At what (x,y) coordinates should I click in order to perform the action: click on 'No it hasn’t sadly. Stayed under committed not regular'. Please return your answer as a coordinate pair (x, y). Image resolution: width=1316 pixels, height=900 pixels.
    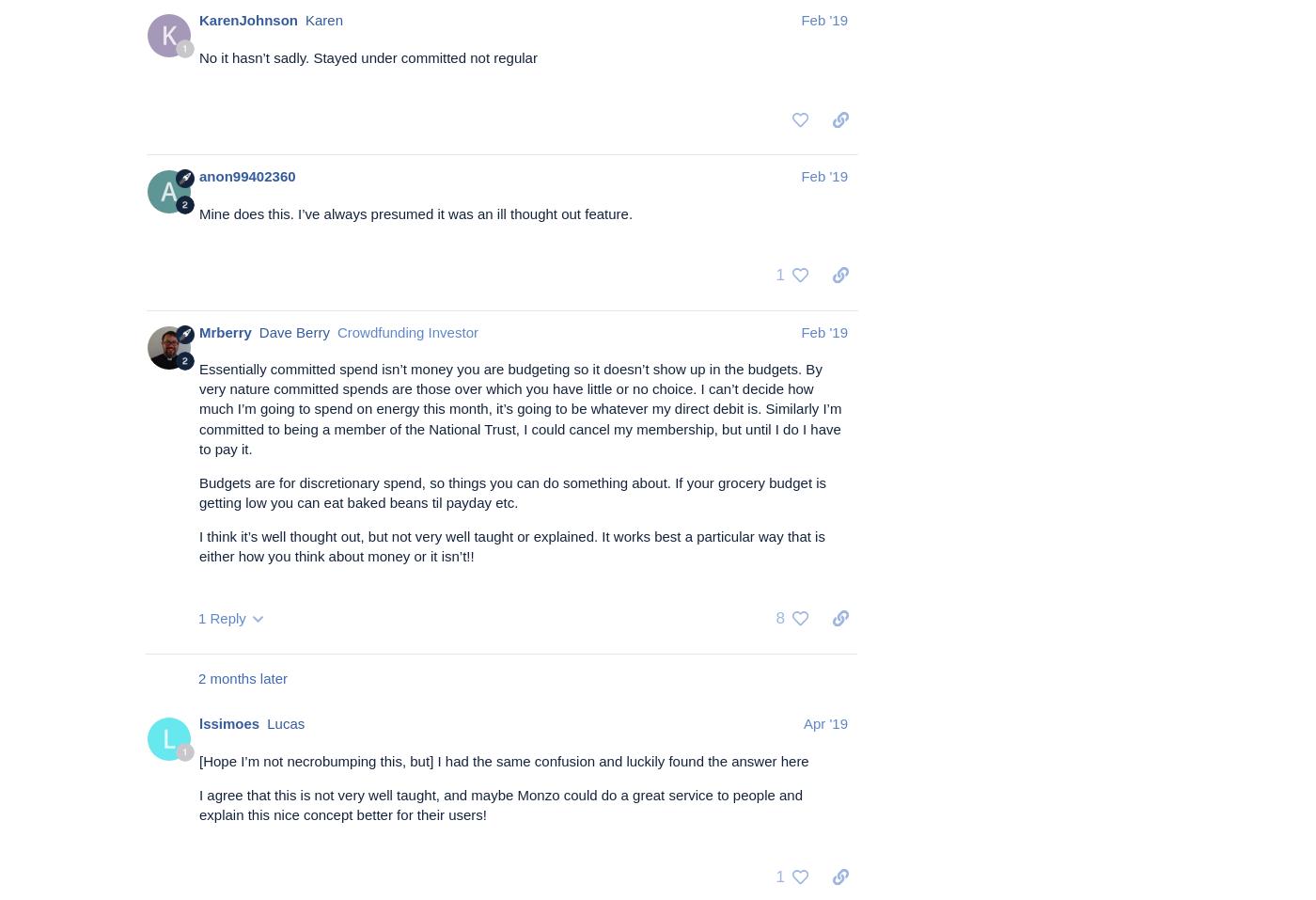
    Looking at the image, I should click on (198, 55).